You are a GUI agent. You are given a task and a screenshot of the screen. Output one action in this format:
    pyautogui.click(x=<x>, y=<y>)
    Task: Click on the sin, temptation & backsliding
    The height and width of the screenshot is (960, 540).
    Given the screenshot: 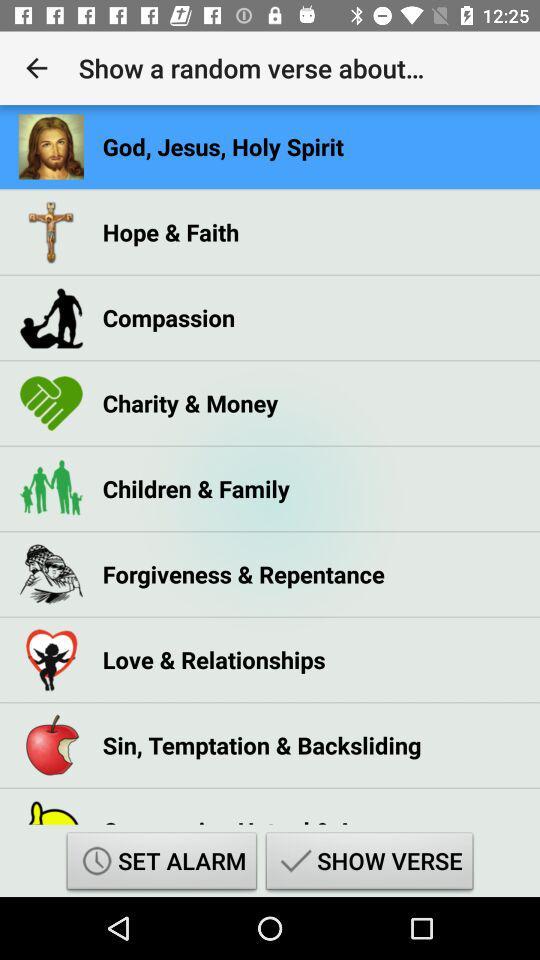 What is the action you would take?
    pyautogui.click(x=262, y=744)
    